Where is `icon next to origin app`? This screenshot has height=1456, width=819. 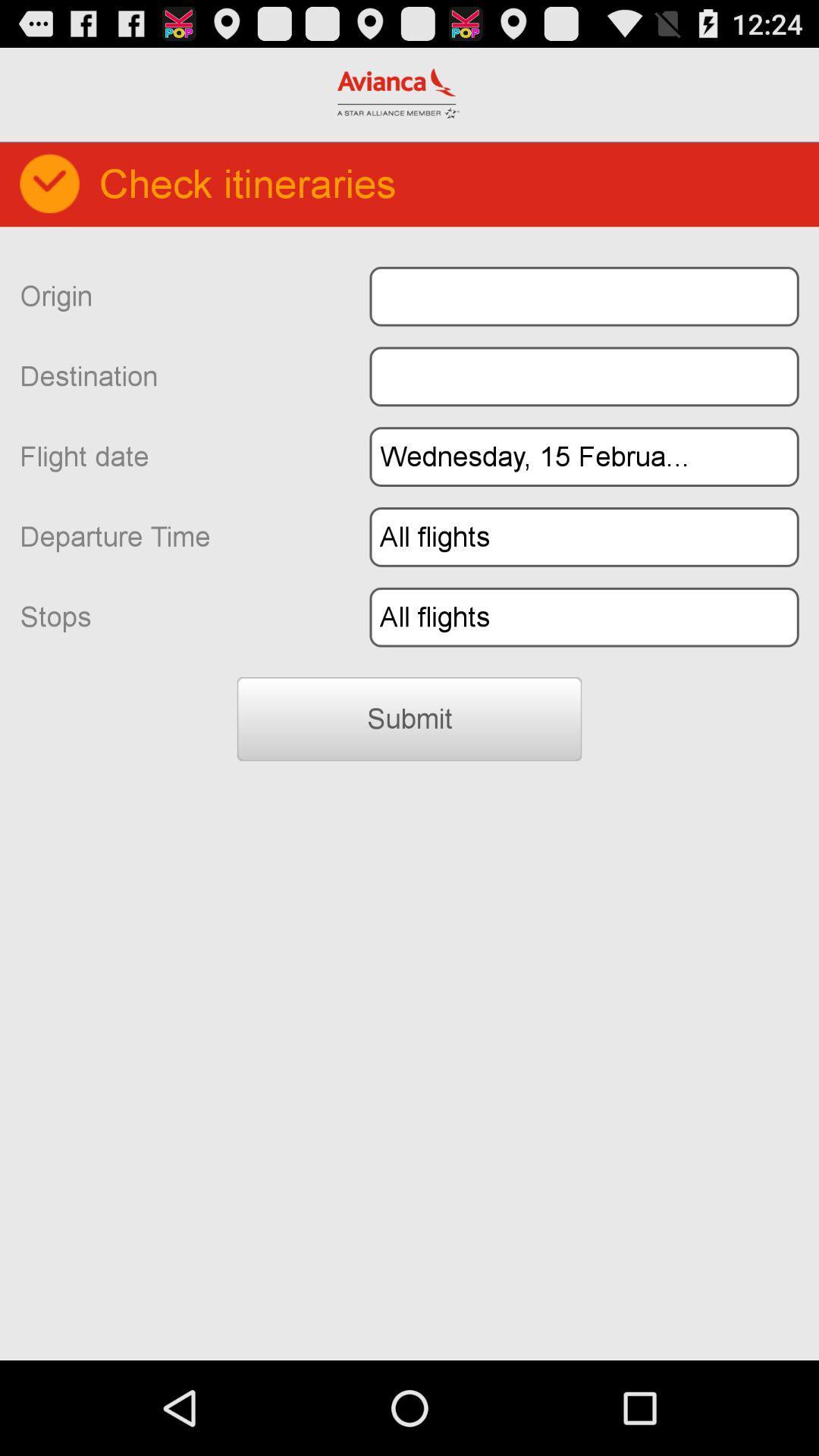 icon next to origin app is located at coordinates (583, 297).